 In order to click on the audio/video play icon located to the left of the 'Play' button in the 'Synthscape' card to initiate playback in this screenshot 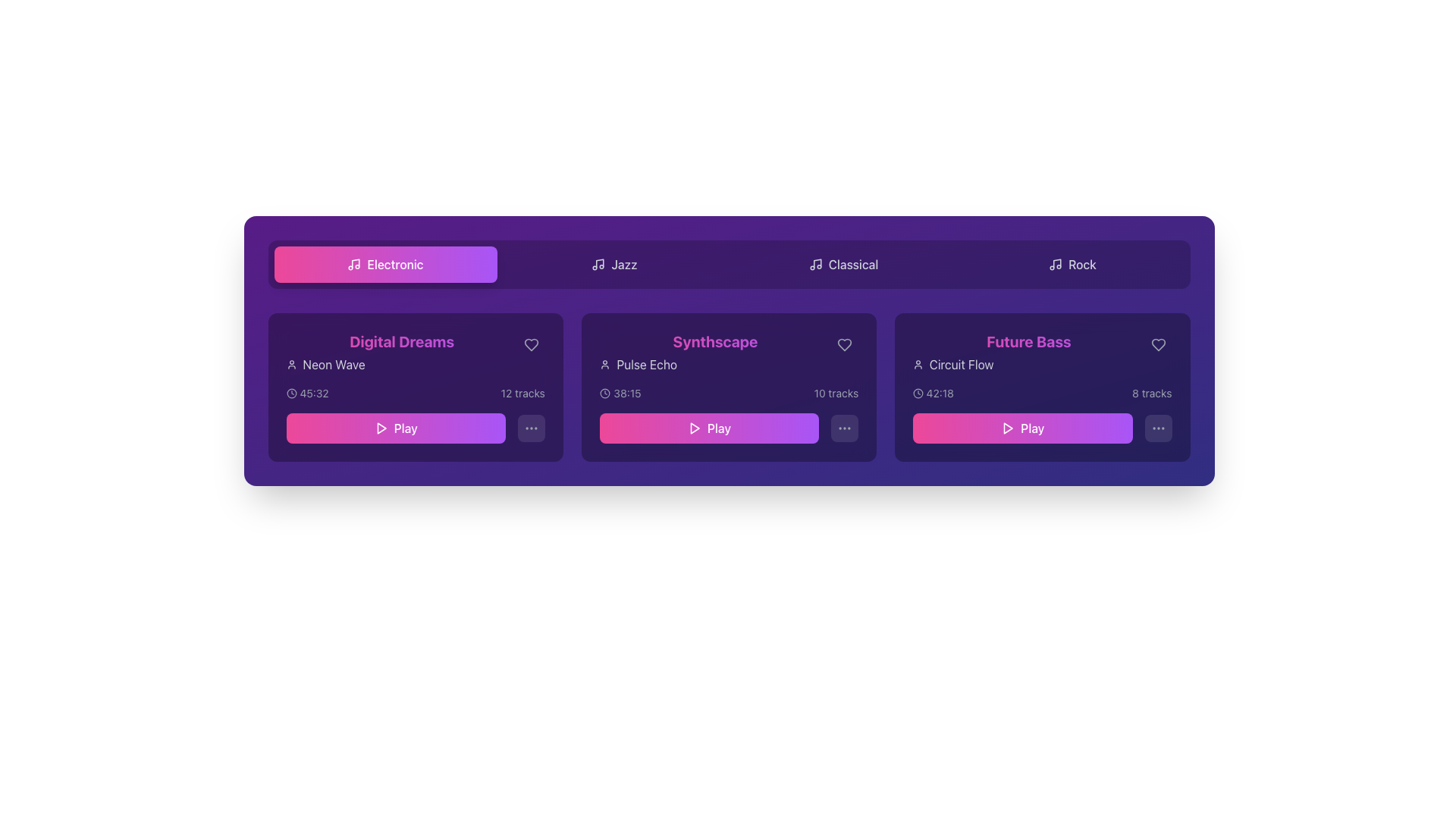, I will do `click(693, 428)`.